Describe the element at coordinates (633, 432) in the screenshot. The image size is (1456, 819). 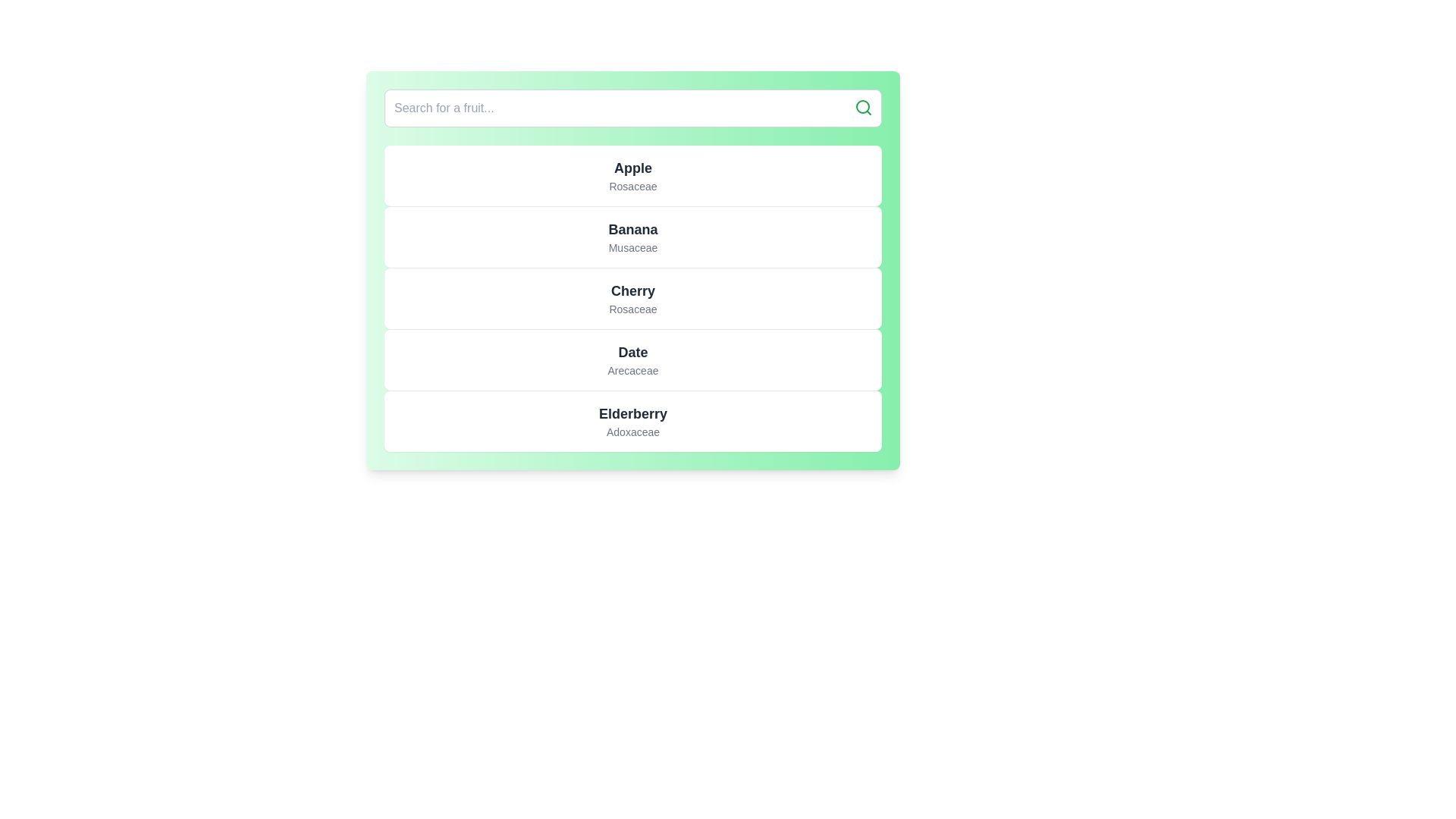
I see `the static text label displaying 'Adoxaceae', which is located below the larger text 'Elderberry' within the fifth card of a vertical list` at that location.